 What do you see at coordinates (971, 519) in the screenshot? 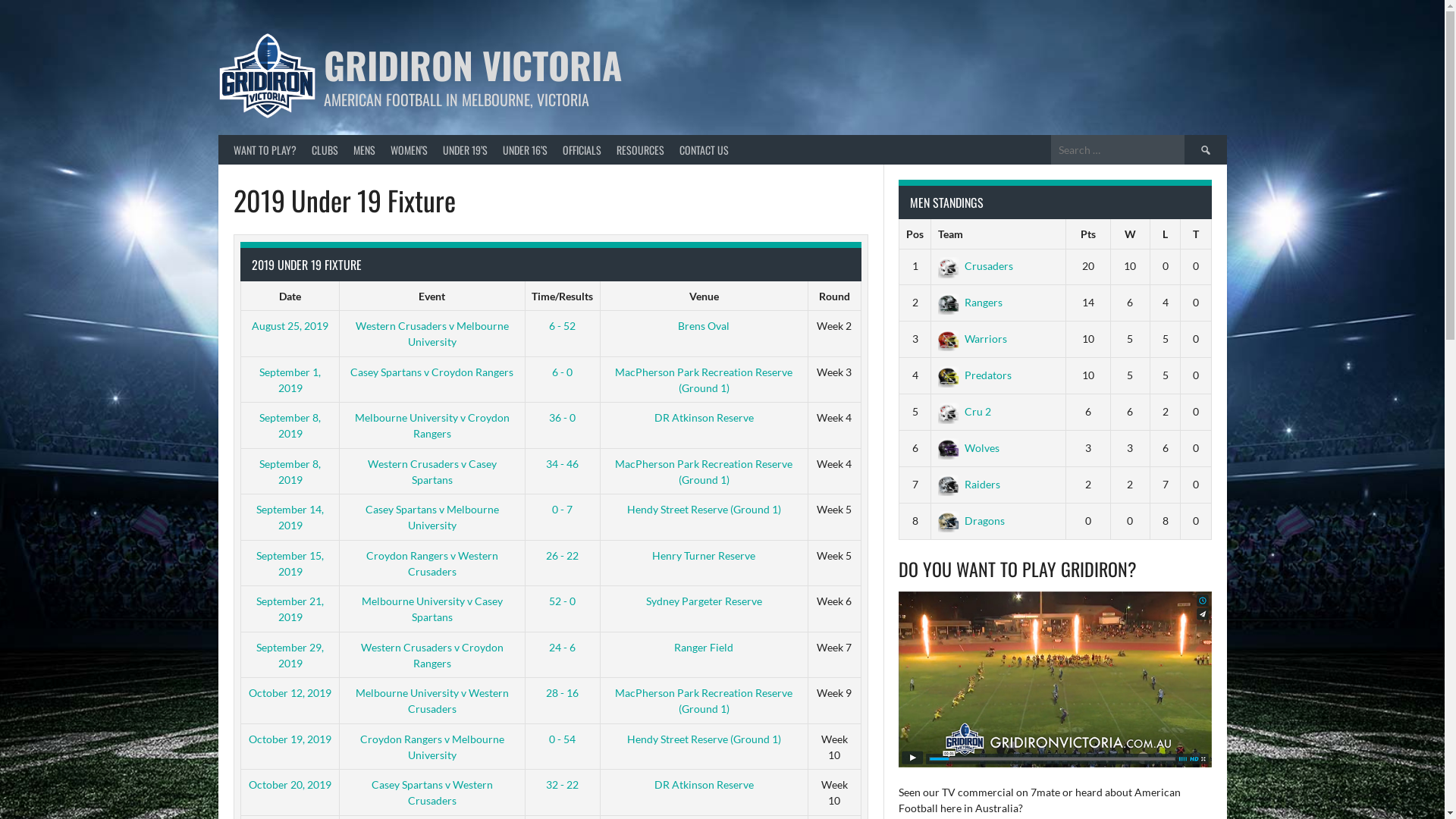
I see `'Dragons'` at bounding box center [971, 519].